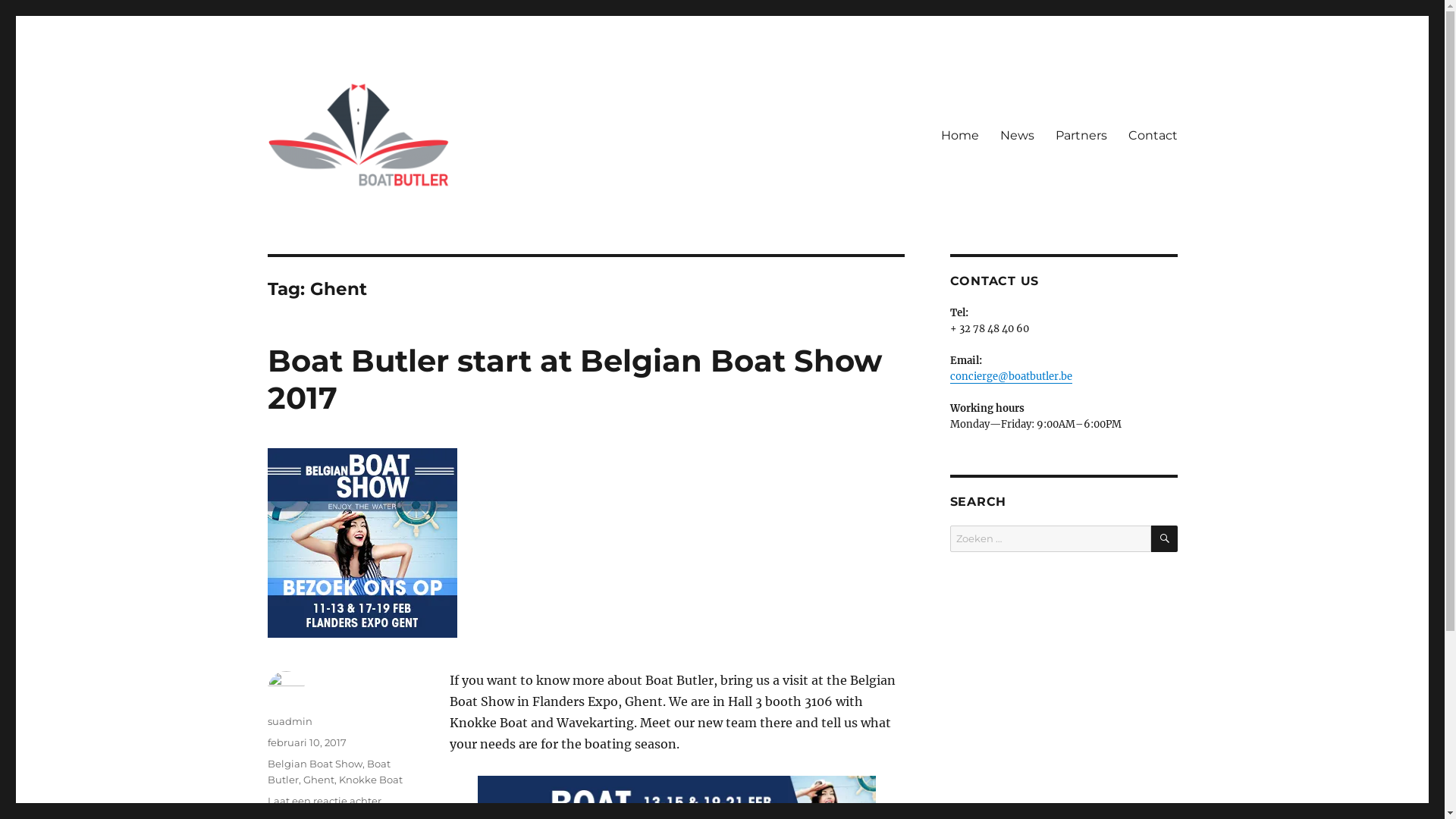 This screenshot has width=1456, height=819. What do you see at coordinates (1010, 375) in the screenshot?
I see `'concierge@boatbutler.be'` at bounding box center [1010, 375].